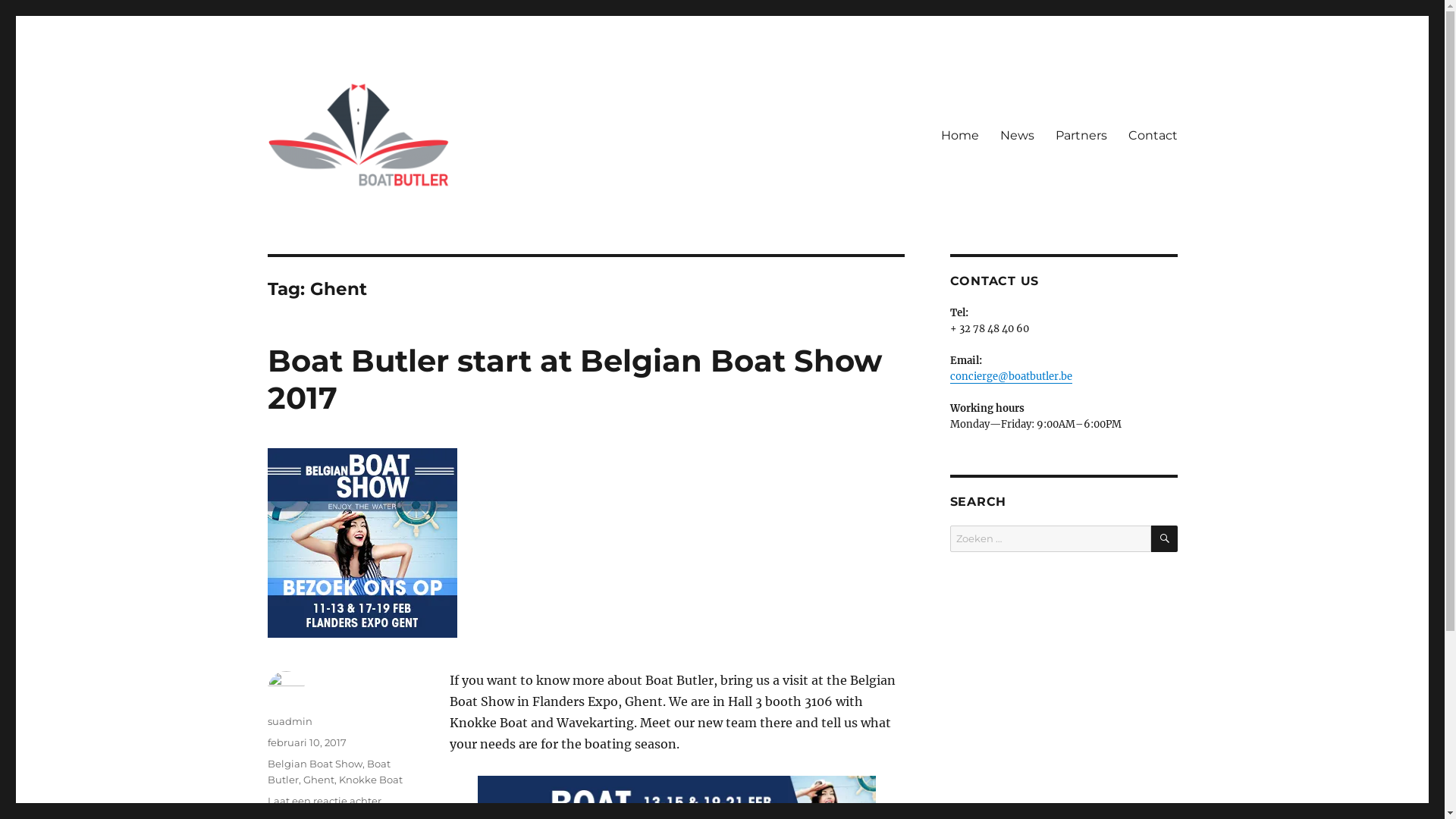 This screenshot has width=1456, height=819. What do you see at coordinates (1010, 375) in the screenshot?
I see `'concierge@boatbutler.be'` at bounding box center [1010, 375].